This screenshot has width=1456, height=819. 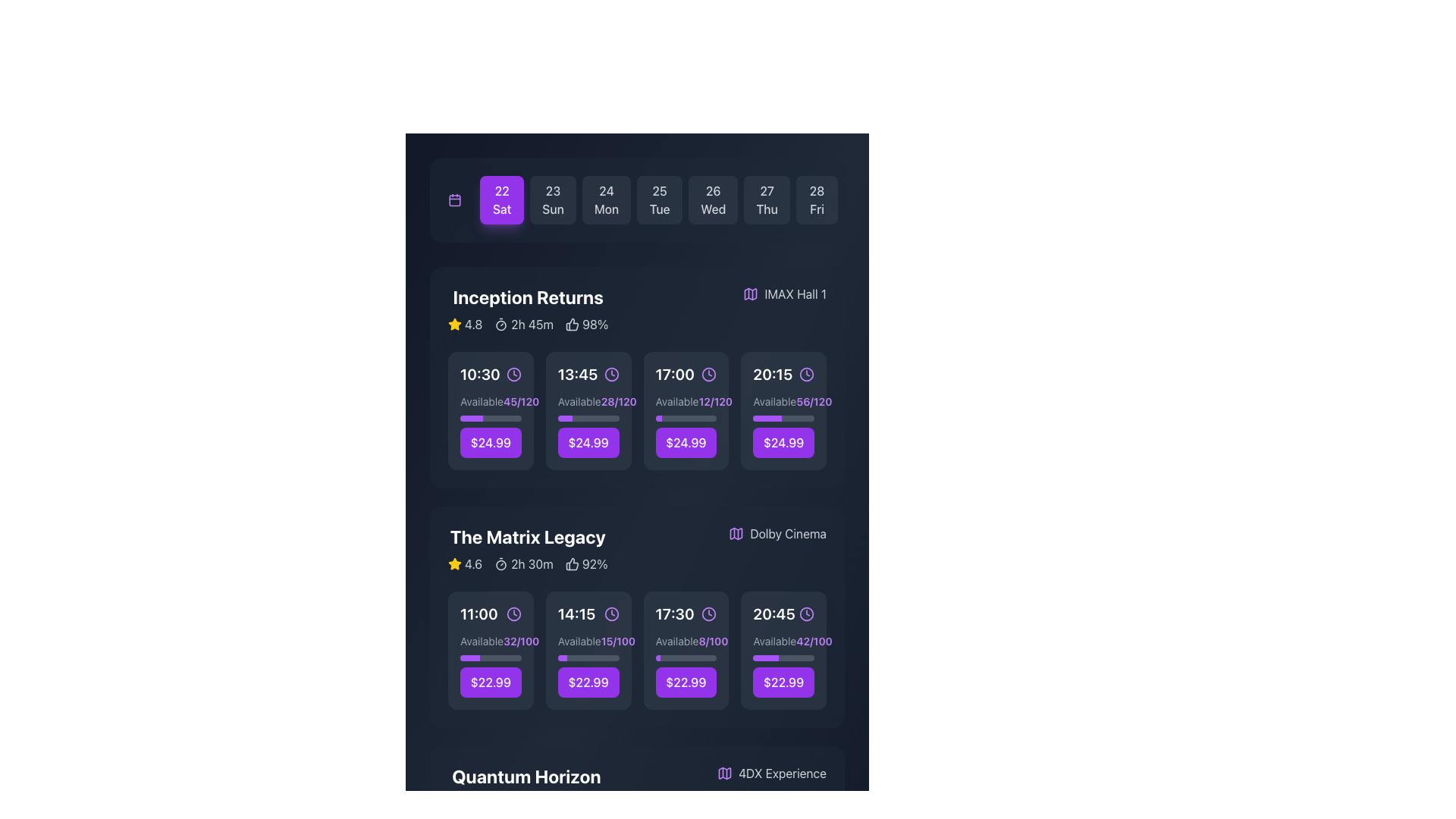 I want to click on the status of the progress bar located under the time '17:00', directly below the text 'Available' and the fraction '12/120', and just above the button displaying the price '$24.99', so click(x=685, y=418).